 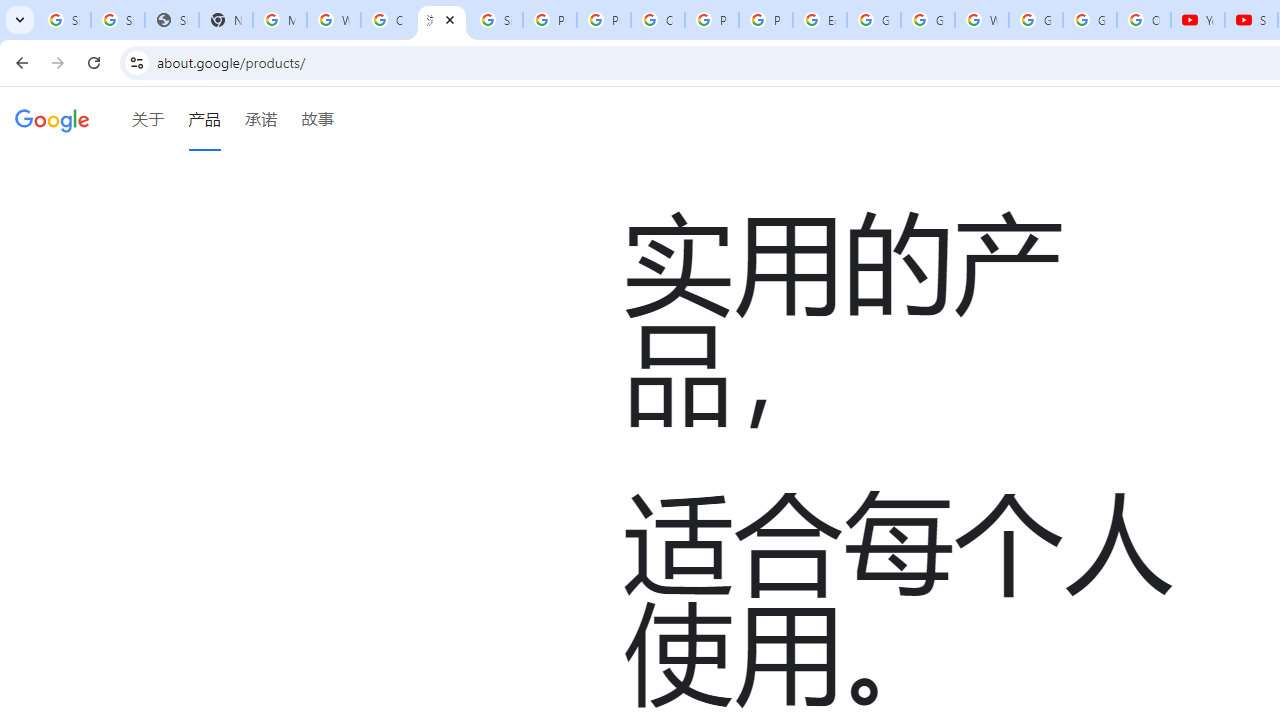 I want to click on 'Sign In - USA TODAY', so click(x=171, y=20).